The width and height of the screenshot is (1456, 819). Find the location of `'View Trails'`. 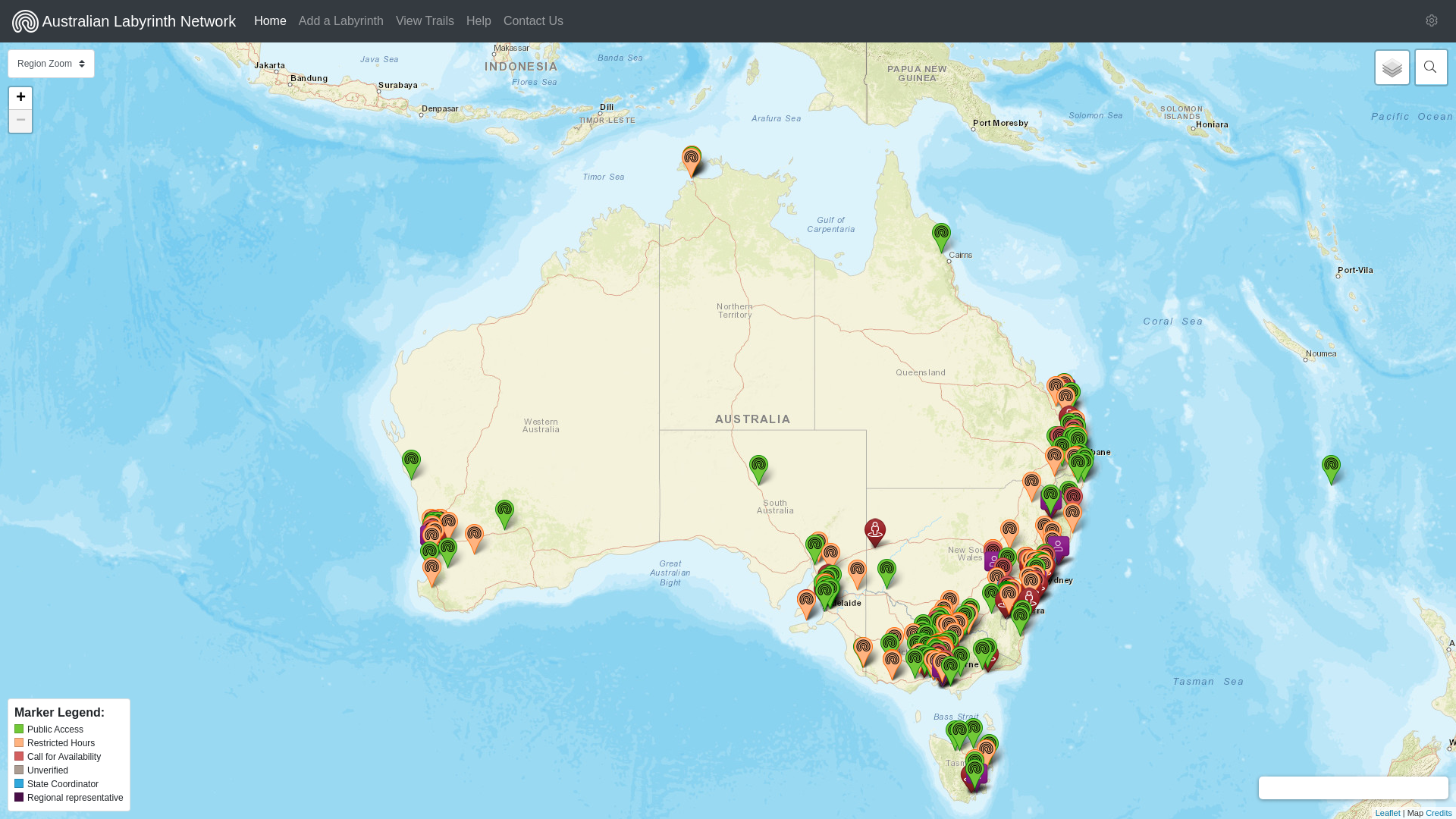

'View Trails' is located at coordinates (425, 20).